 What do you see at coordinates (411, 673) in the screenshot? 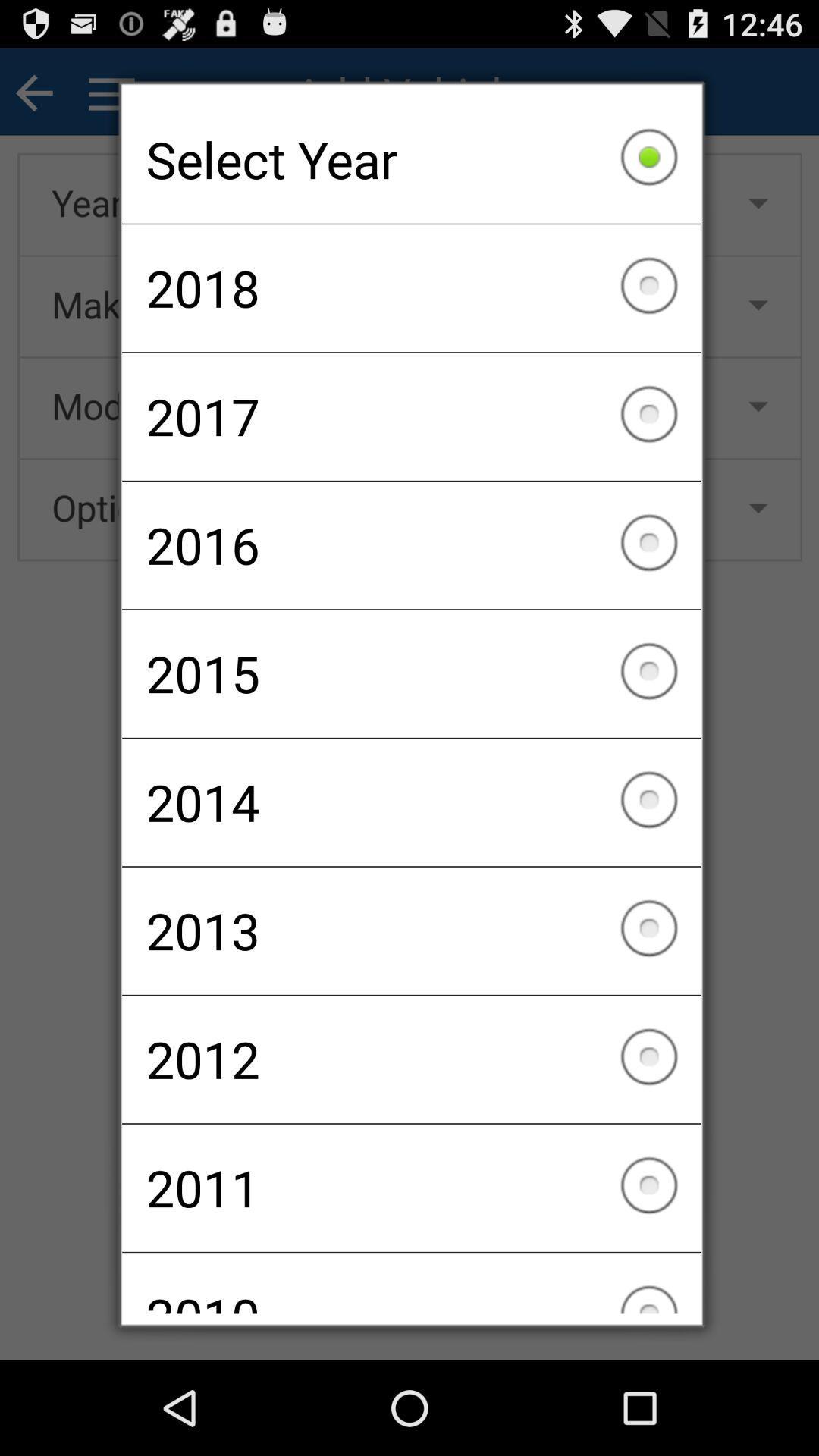
I see `the icon above 2014 icon` at bounding box center [411, 673].